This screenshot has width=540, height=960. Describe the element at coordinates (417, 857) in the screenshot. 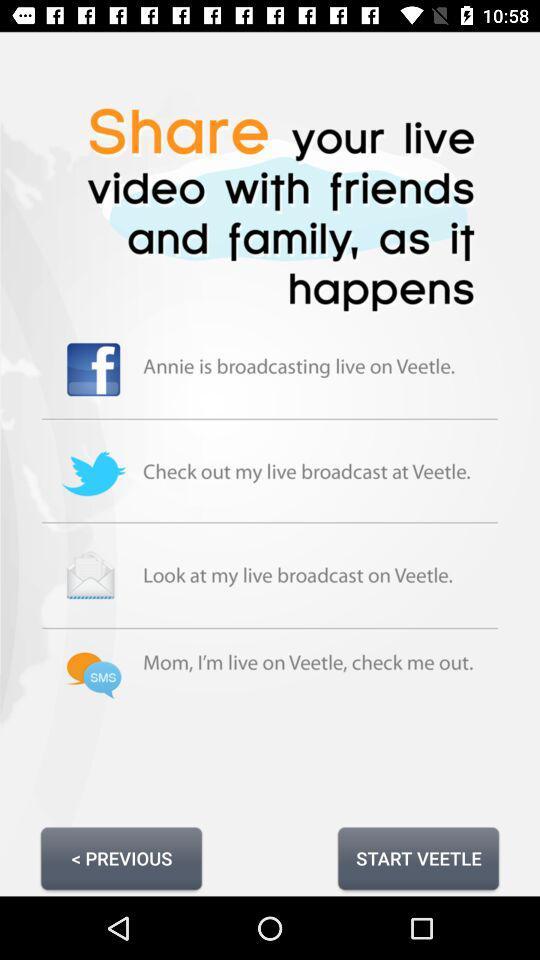

I see `the start veetle at the bottom right corner` at that location.